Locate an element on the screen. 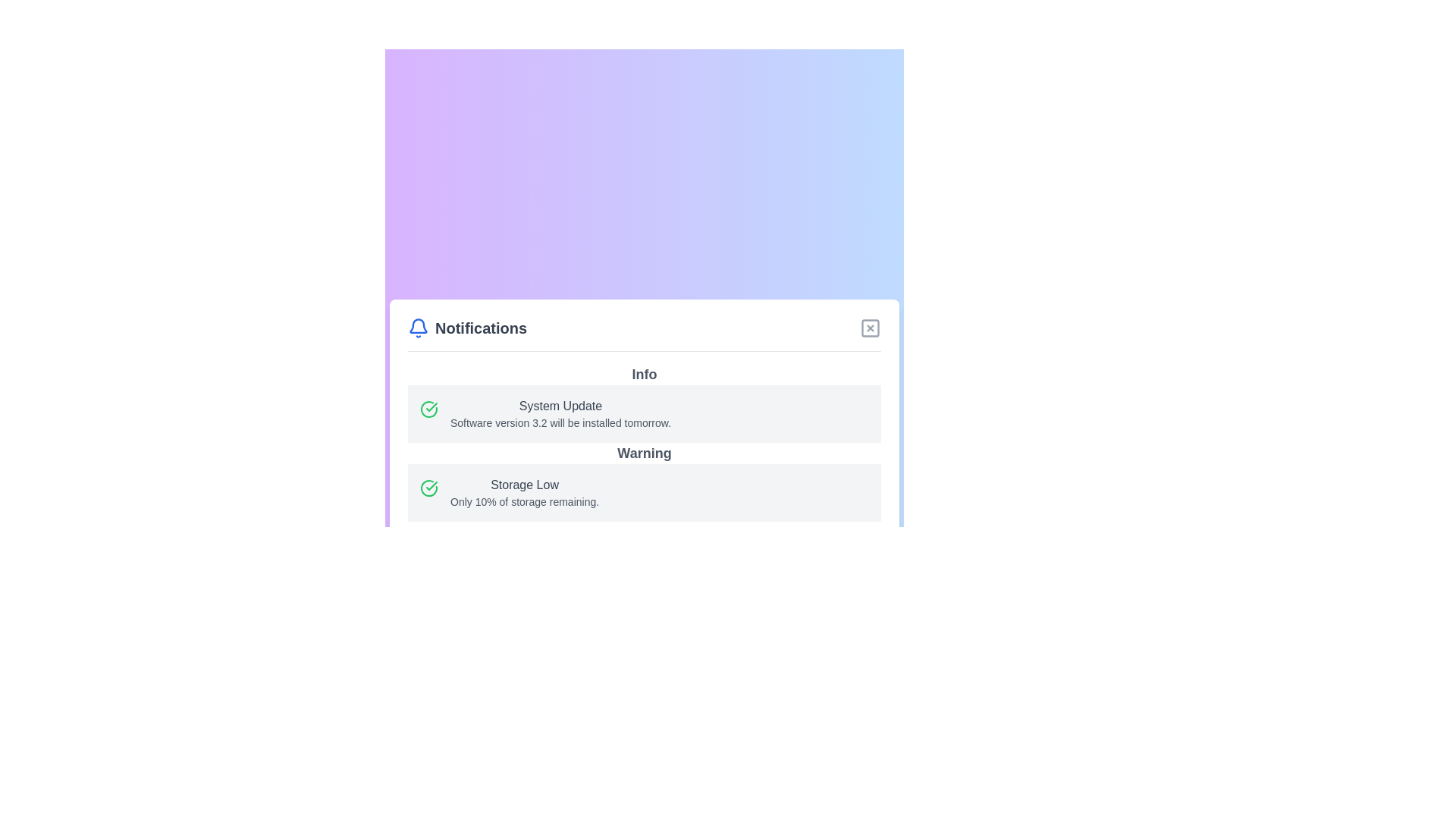  the green checkmark icon with a circular border located in the notification panel is located at coordinates (428, 488).